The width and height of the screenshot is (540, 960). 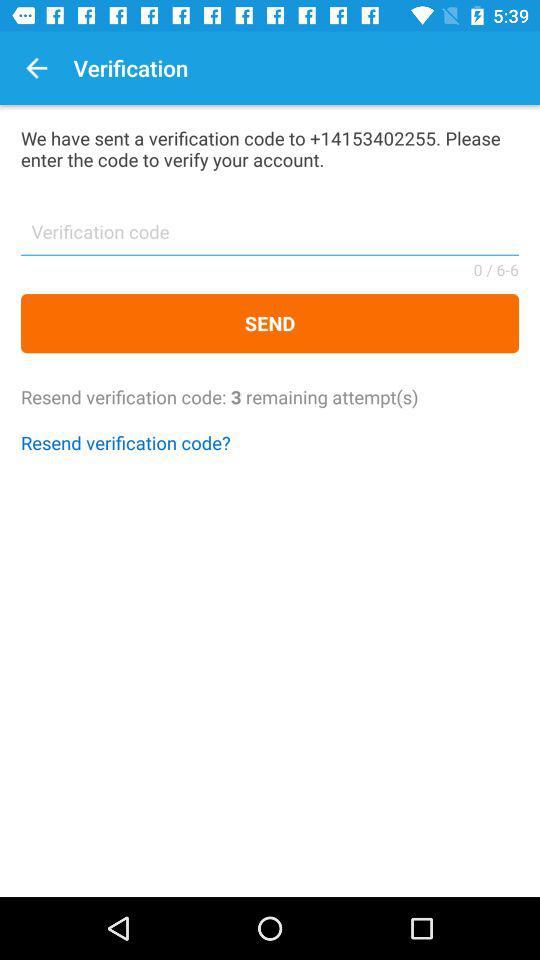 What do you see at coordinates (36, 68) in the screenshot?
I see `icon above we have sent icon` at bounding box center [36, 68].